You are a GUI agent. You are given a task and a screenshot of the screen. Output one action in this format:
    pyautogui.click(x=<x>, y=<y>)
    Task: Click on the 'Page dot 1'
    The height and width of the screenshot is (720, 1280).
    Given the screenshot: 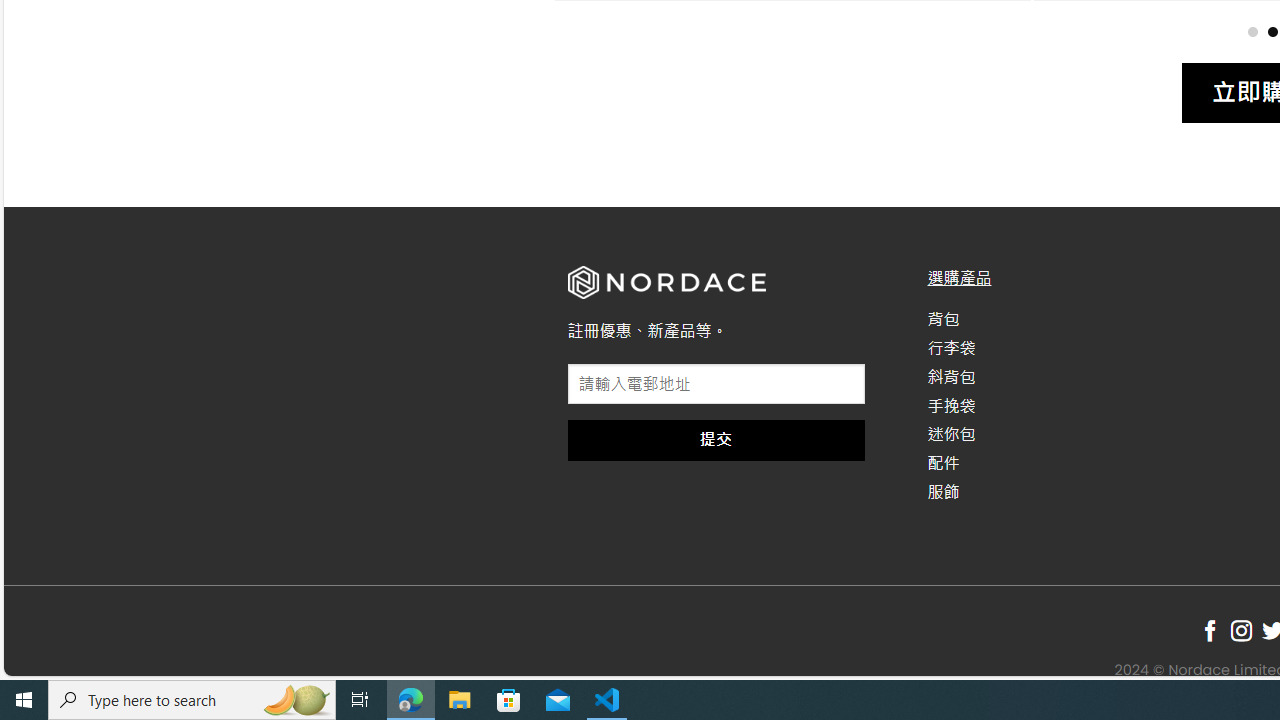 What is the action you would take?
    pyautogui.click(x=1251, y=31)
    